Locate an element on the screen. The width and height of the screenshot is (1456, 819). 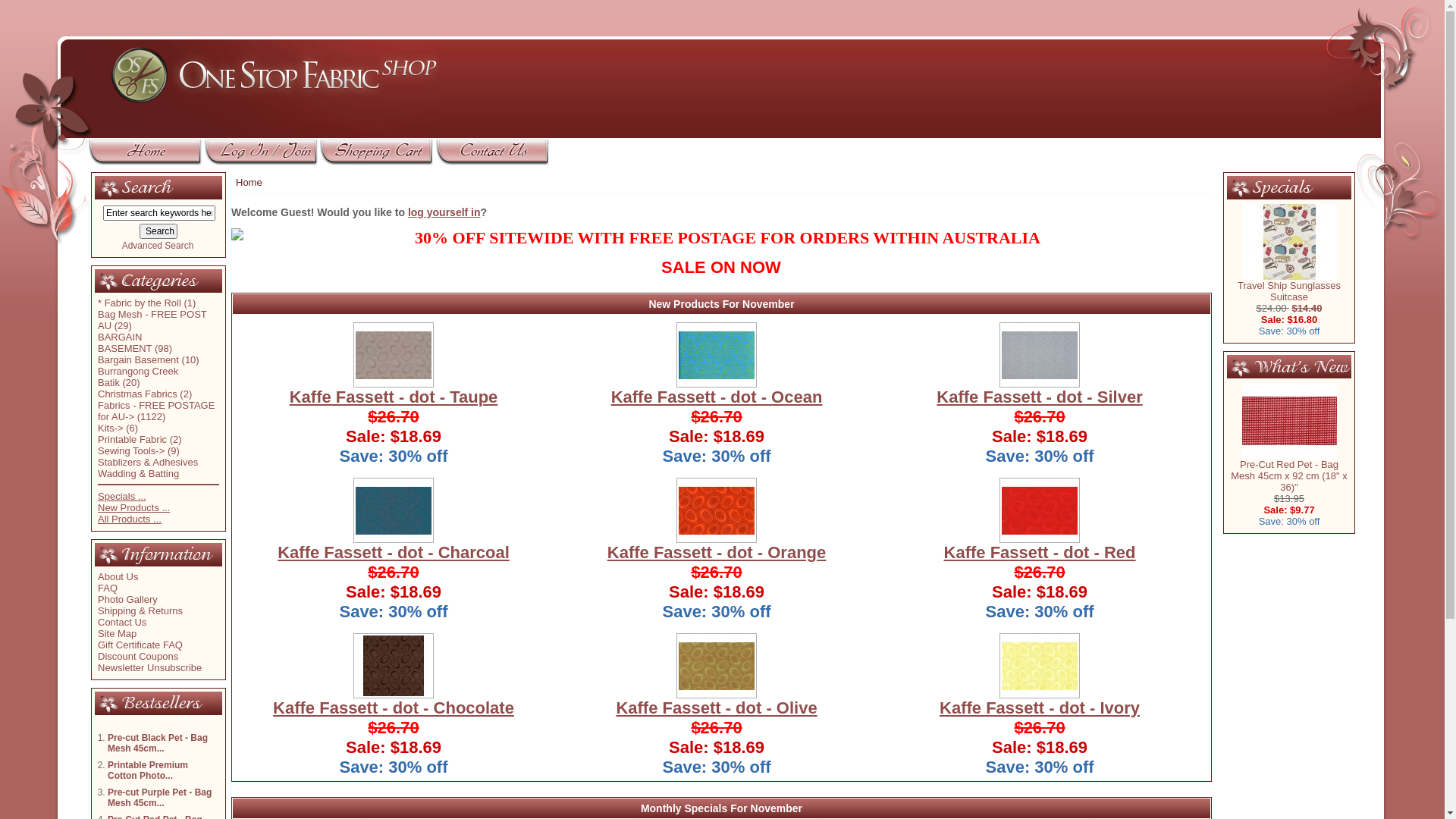
'About Us' is located at coordinates (117, 576).